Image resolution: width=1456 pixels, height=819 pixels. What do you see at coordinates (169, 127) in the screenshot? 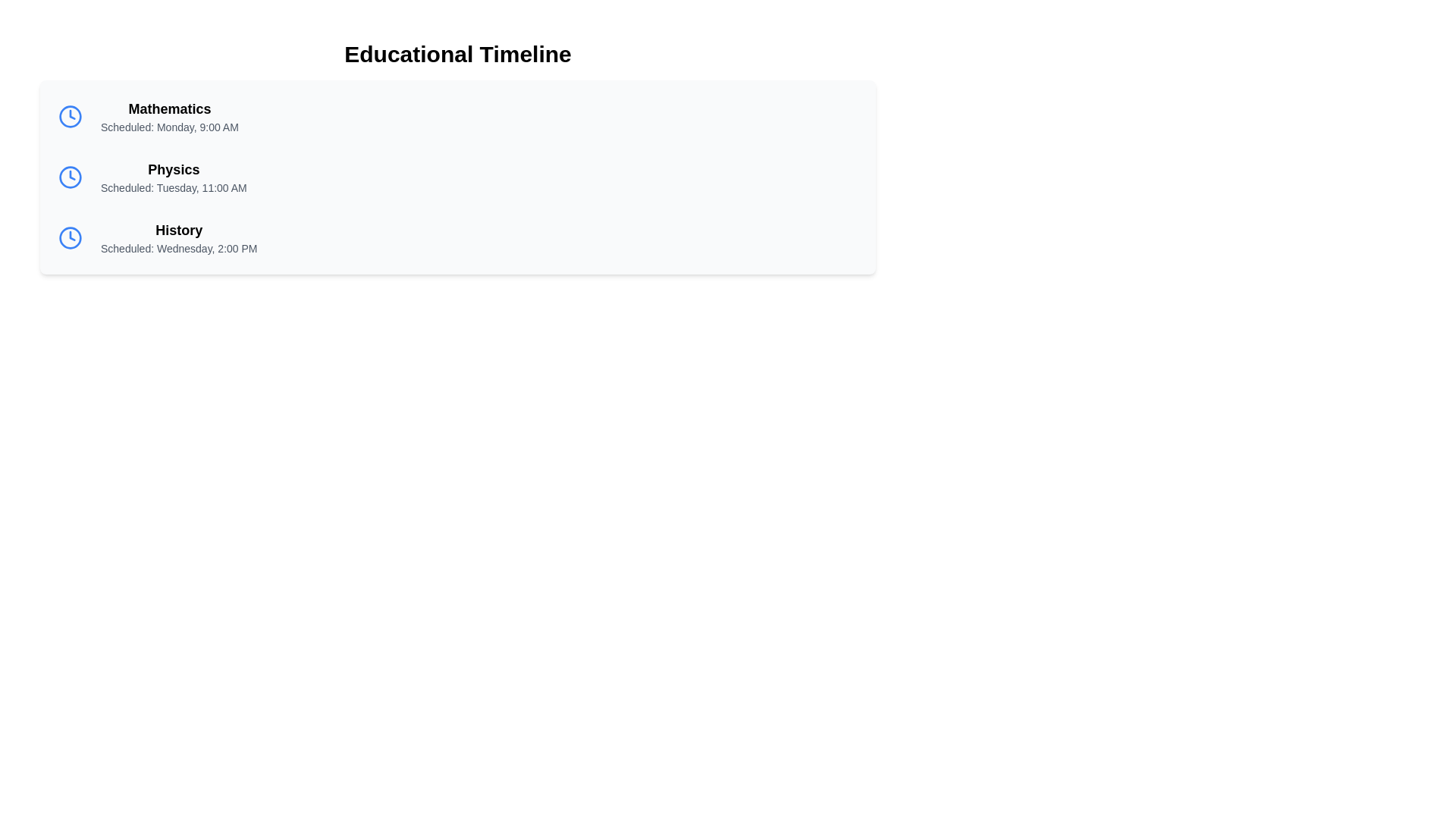
I see `the text label displaying the scheduled time for the event: 'Scheduled: Monday, 9:00 AM'` at bounding box center [169, 127].